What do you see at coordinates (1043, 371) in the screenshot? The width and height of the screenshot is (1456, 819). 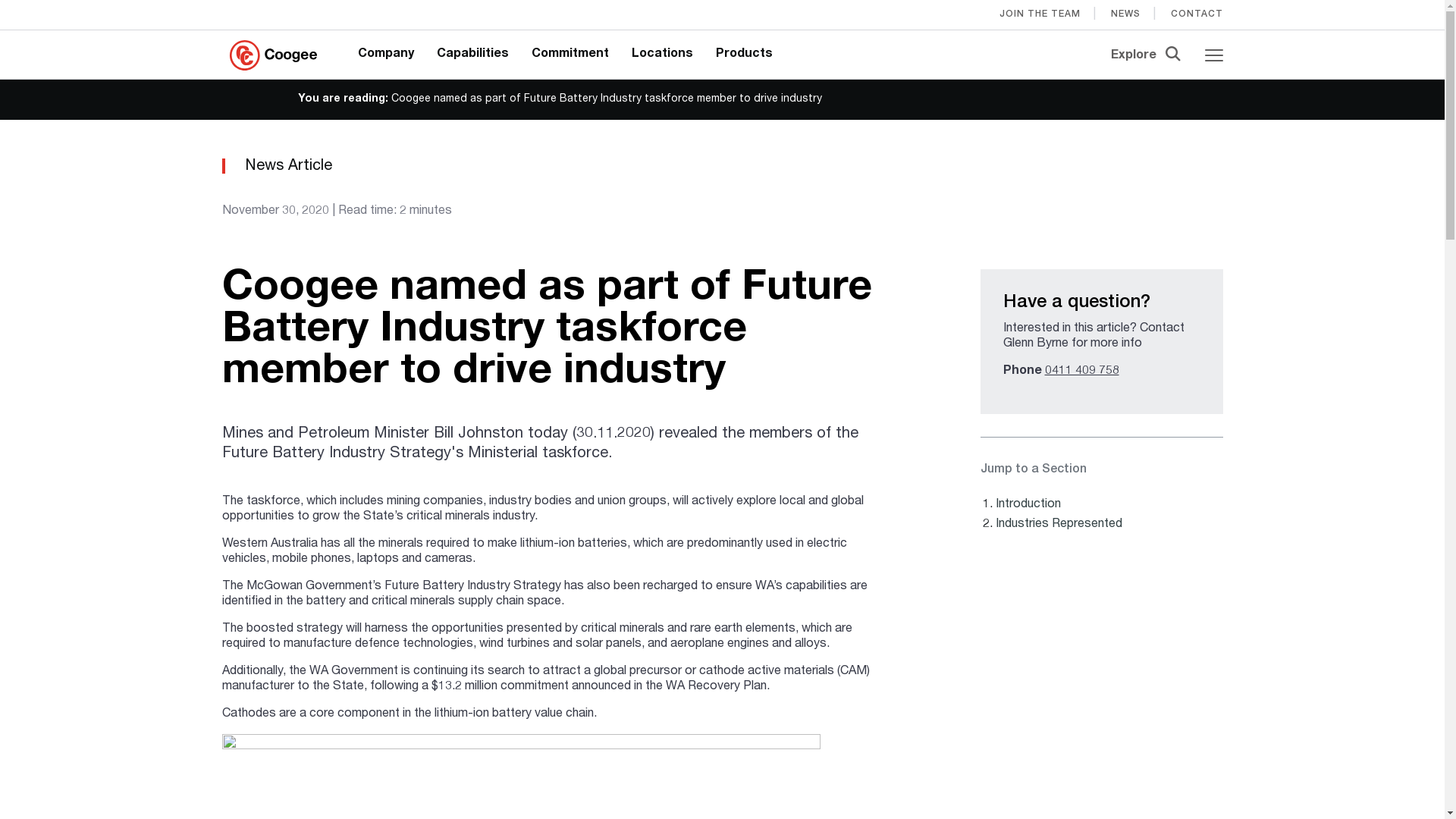 I see `'0411 409 758'` at bounding box center [1043, 371].